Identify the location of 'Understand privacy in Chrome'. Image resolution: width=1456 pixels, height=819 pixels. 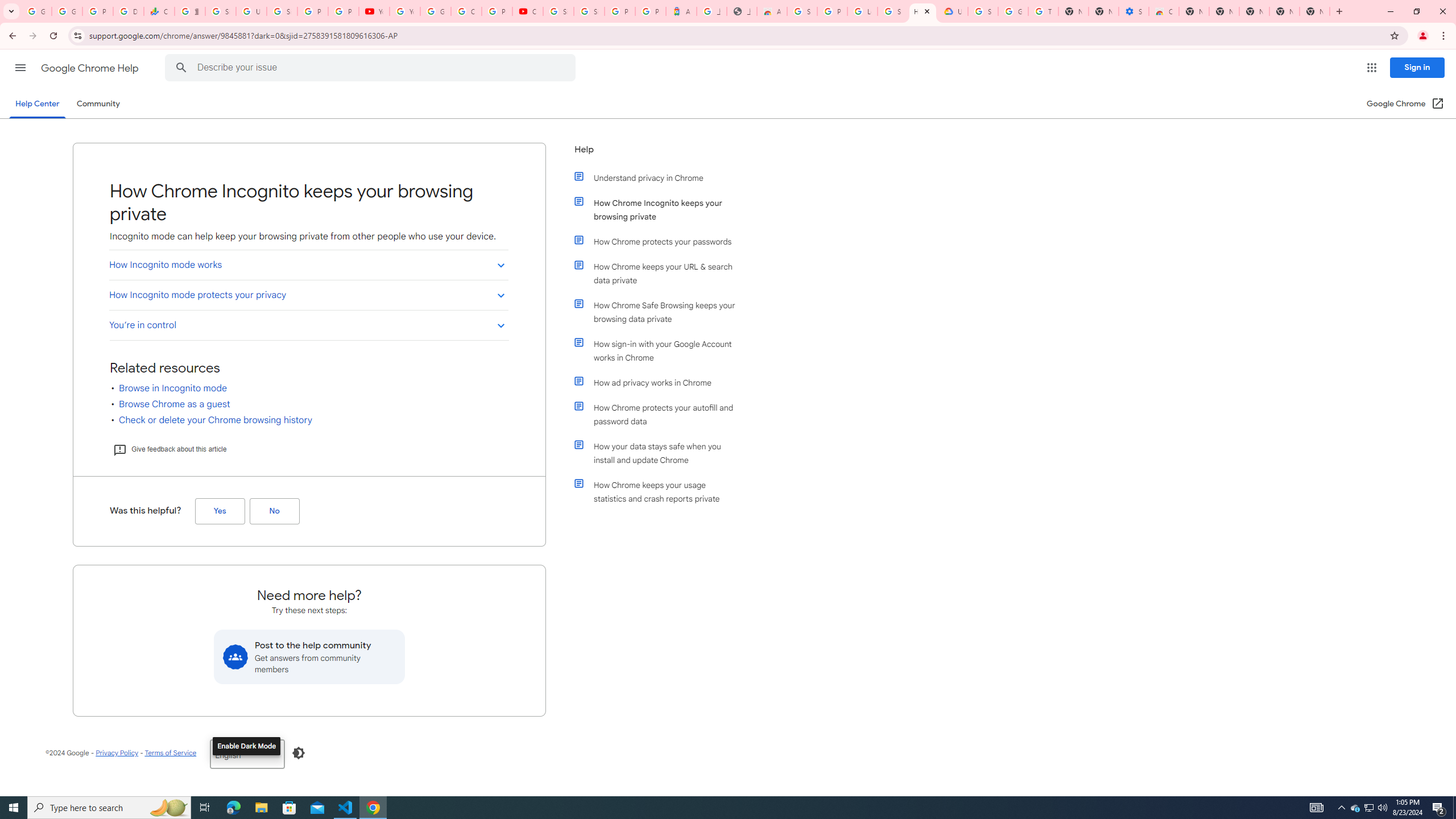
(661, 178).